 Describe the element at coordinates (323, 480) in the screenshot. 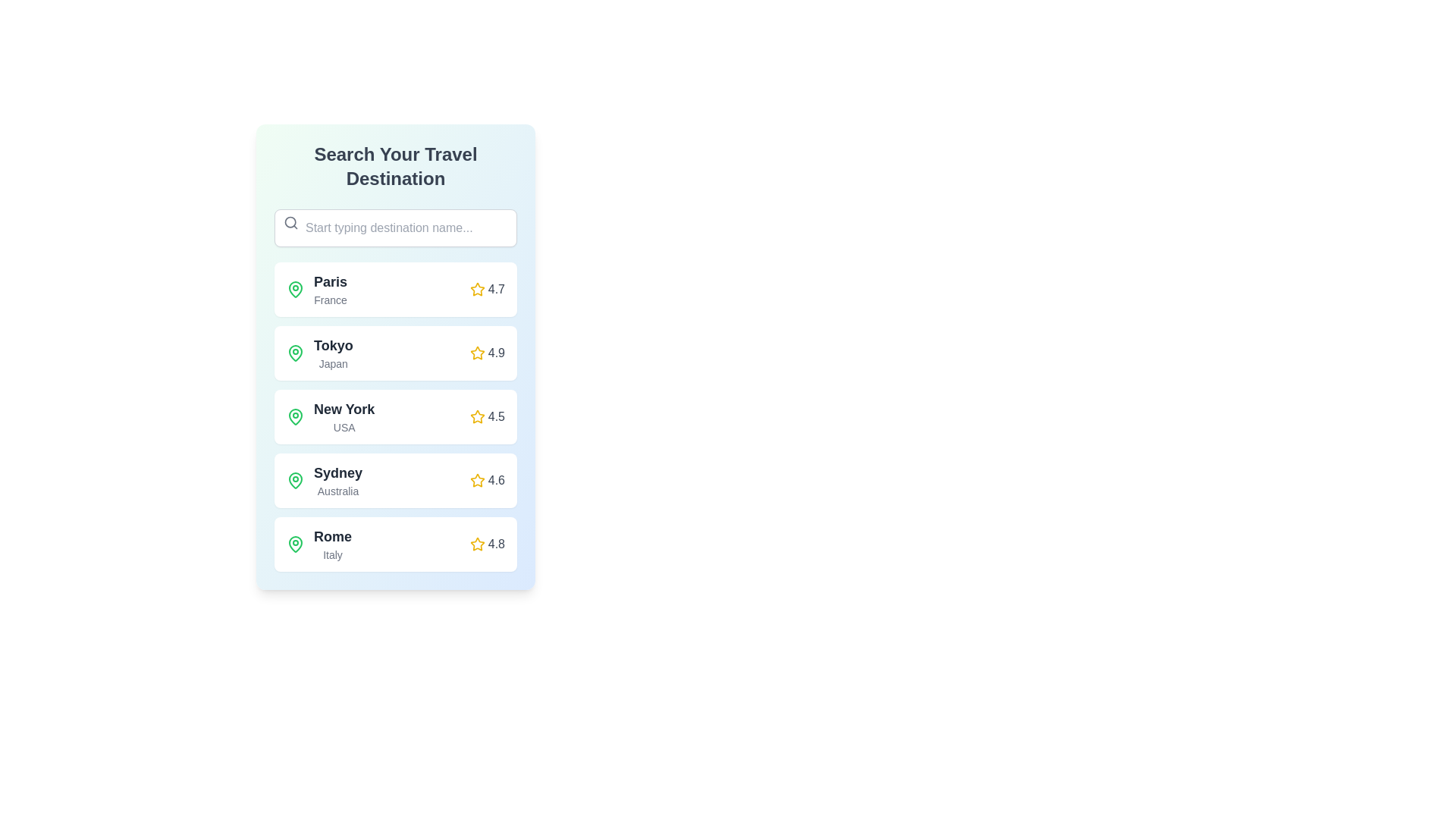

I see `the text display component showing 'Sydney' in bold black font and 'Australia' in smaller gray font, located within the fourth item of a vertically stacked list` at that location.